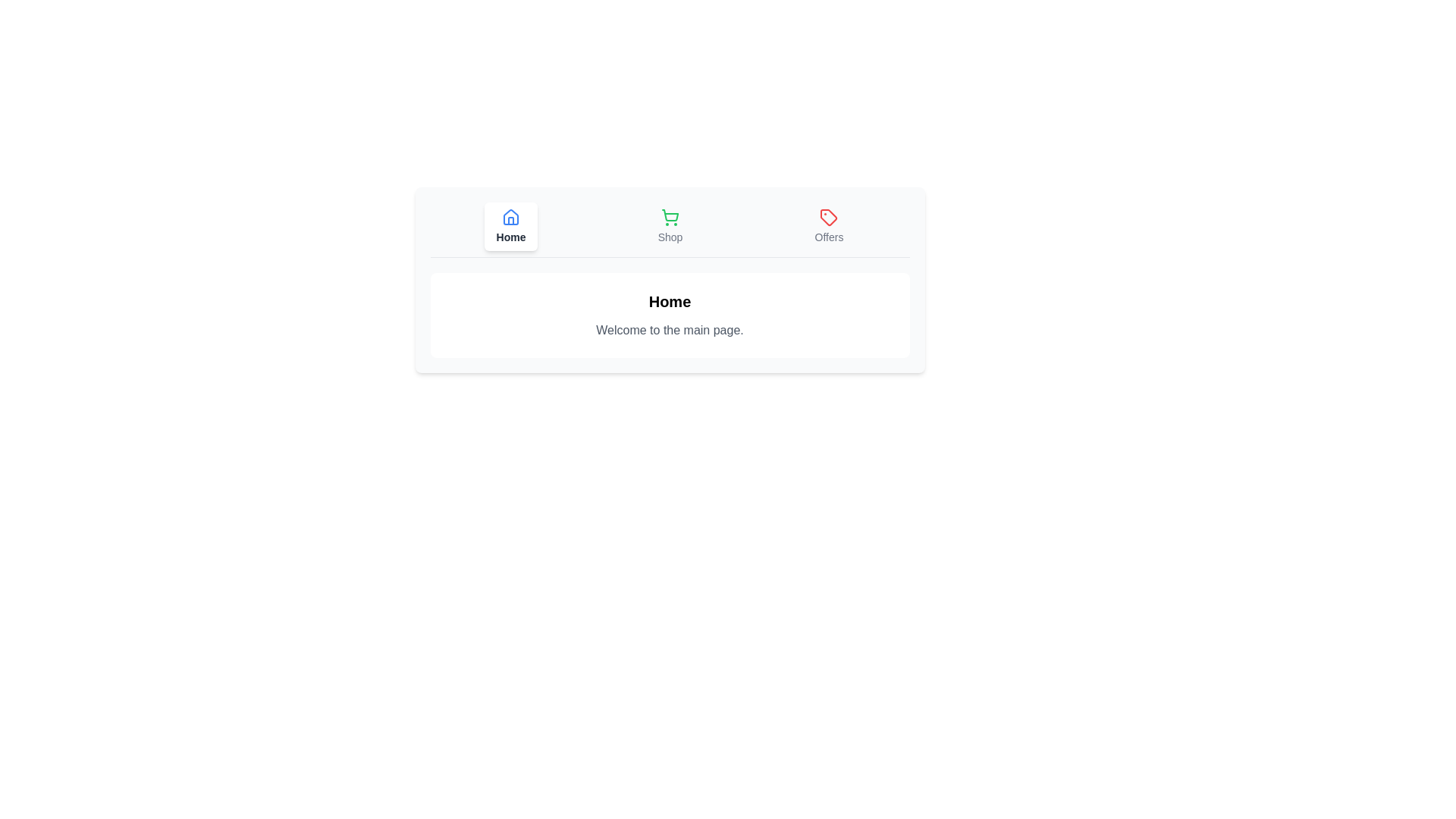 The height and width of the screenshot is (819, 1456). I want to click on the button corresponding to the section Home to select it, so click(510, 227).